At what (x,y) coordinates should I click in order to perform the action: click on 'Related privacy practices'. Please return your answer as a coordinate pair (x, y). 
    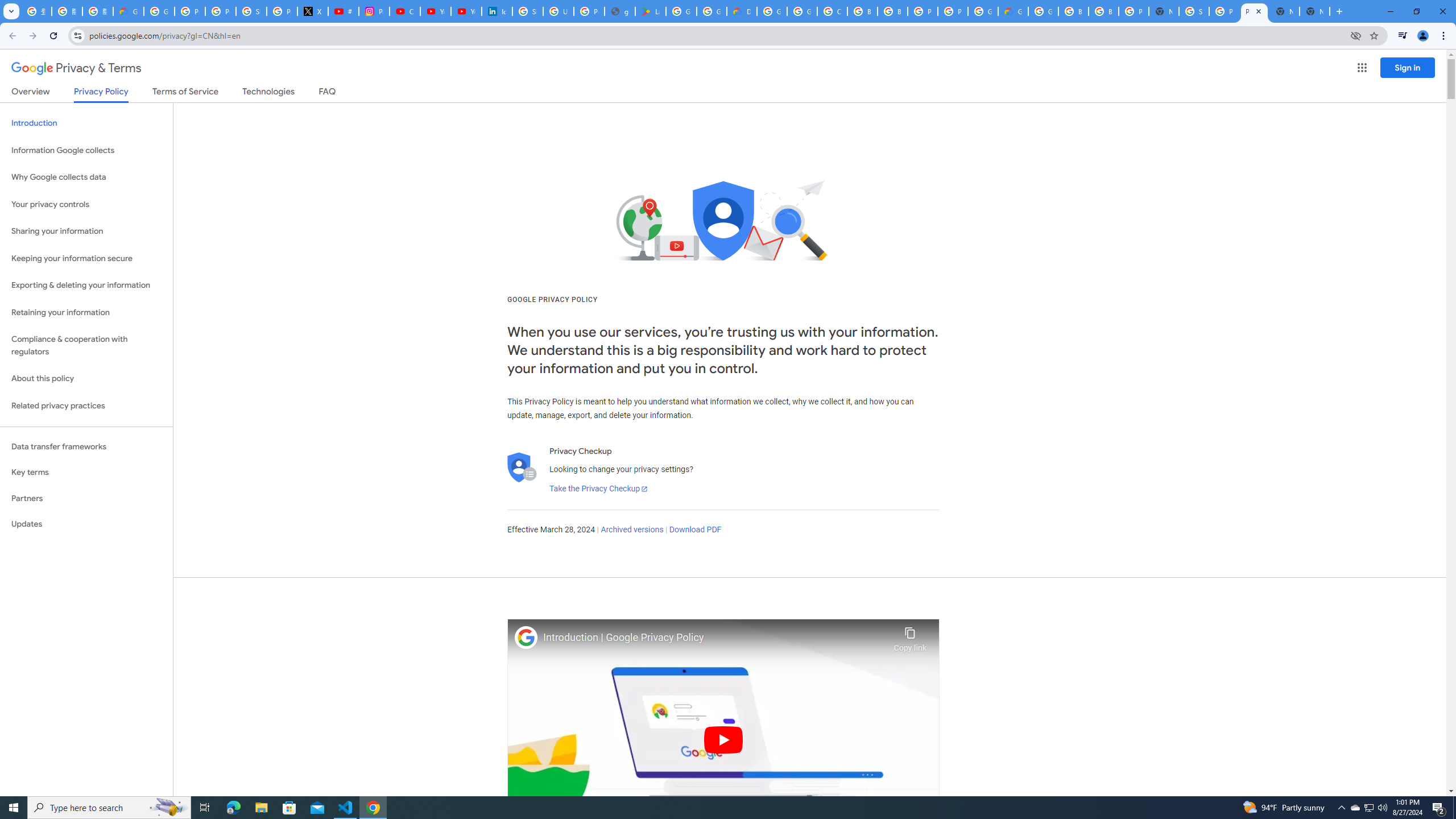
    Looking at the image, I should click on (86, 405).